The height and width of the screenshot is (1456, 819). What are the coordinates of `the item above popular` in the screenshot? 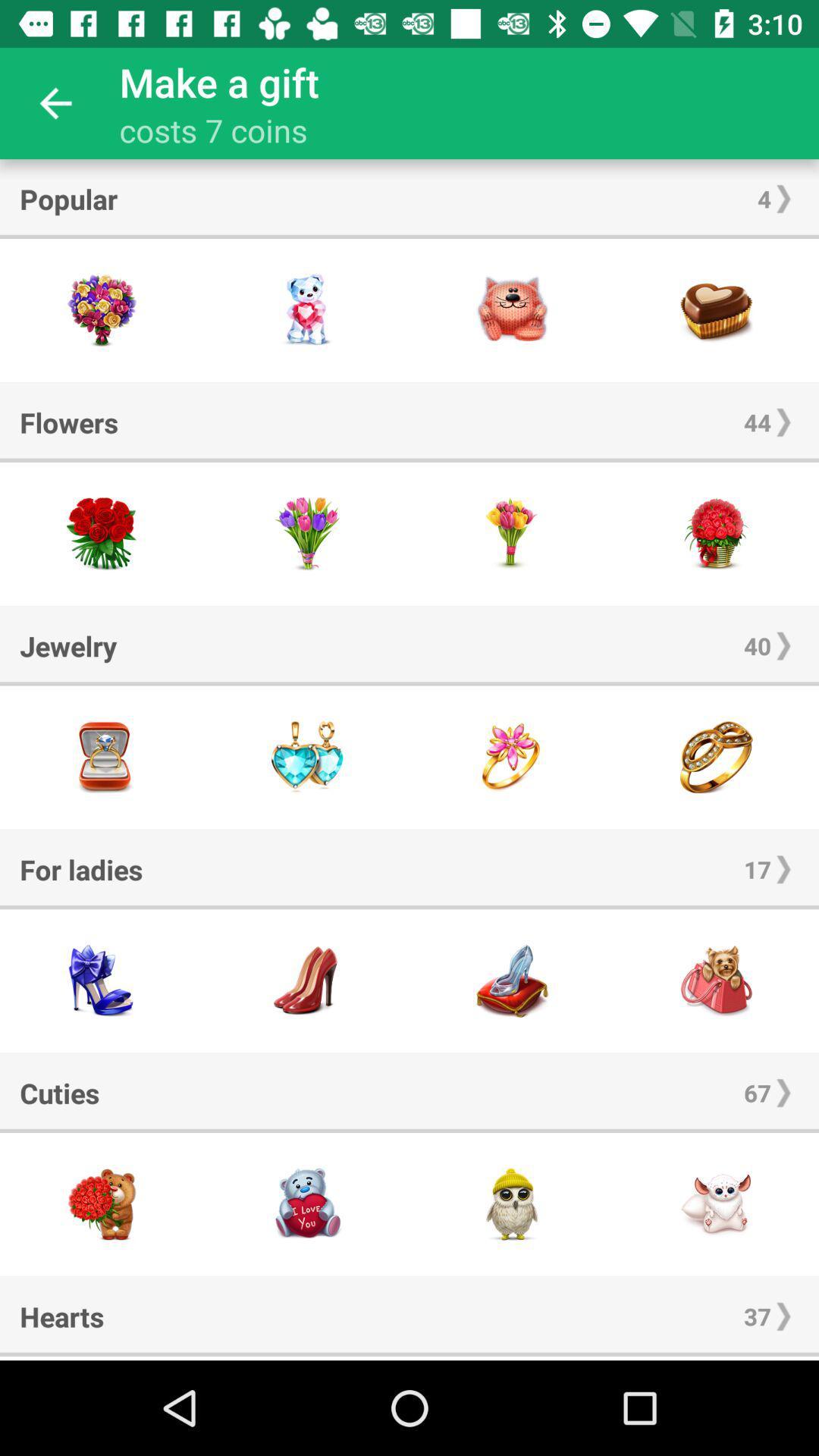 It's located at (55, 102).